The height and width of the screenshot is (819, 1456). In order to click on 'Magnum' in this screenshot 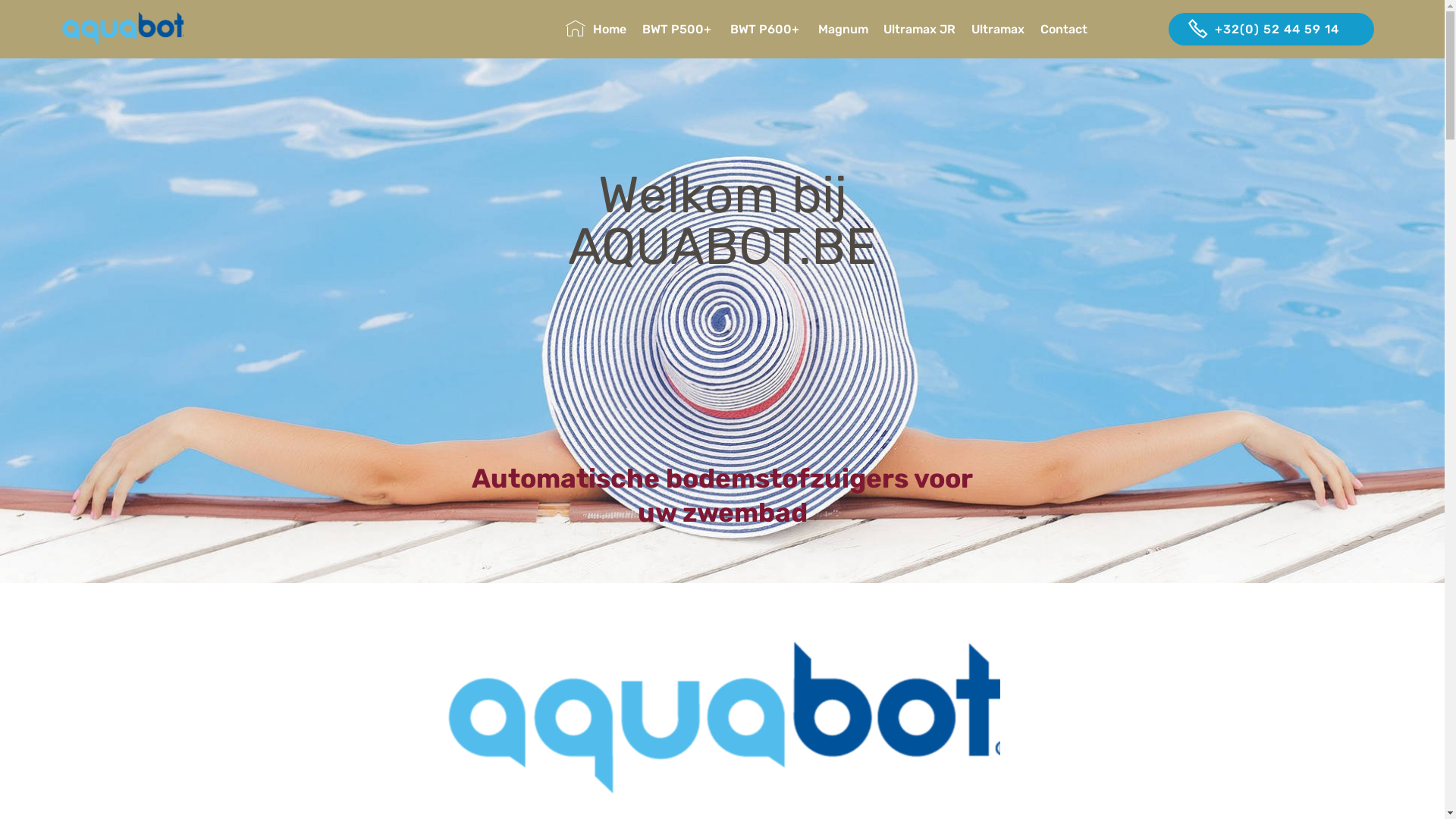, I will do `click(843, 29)`.